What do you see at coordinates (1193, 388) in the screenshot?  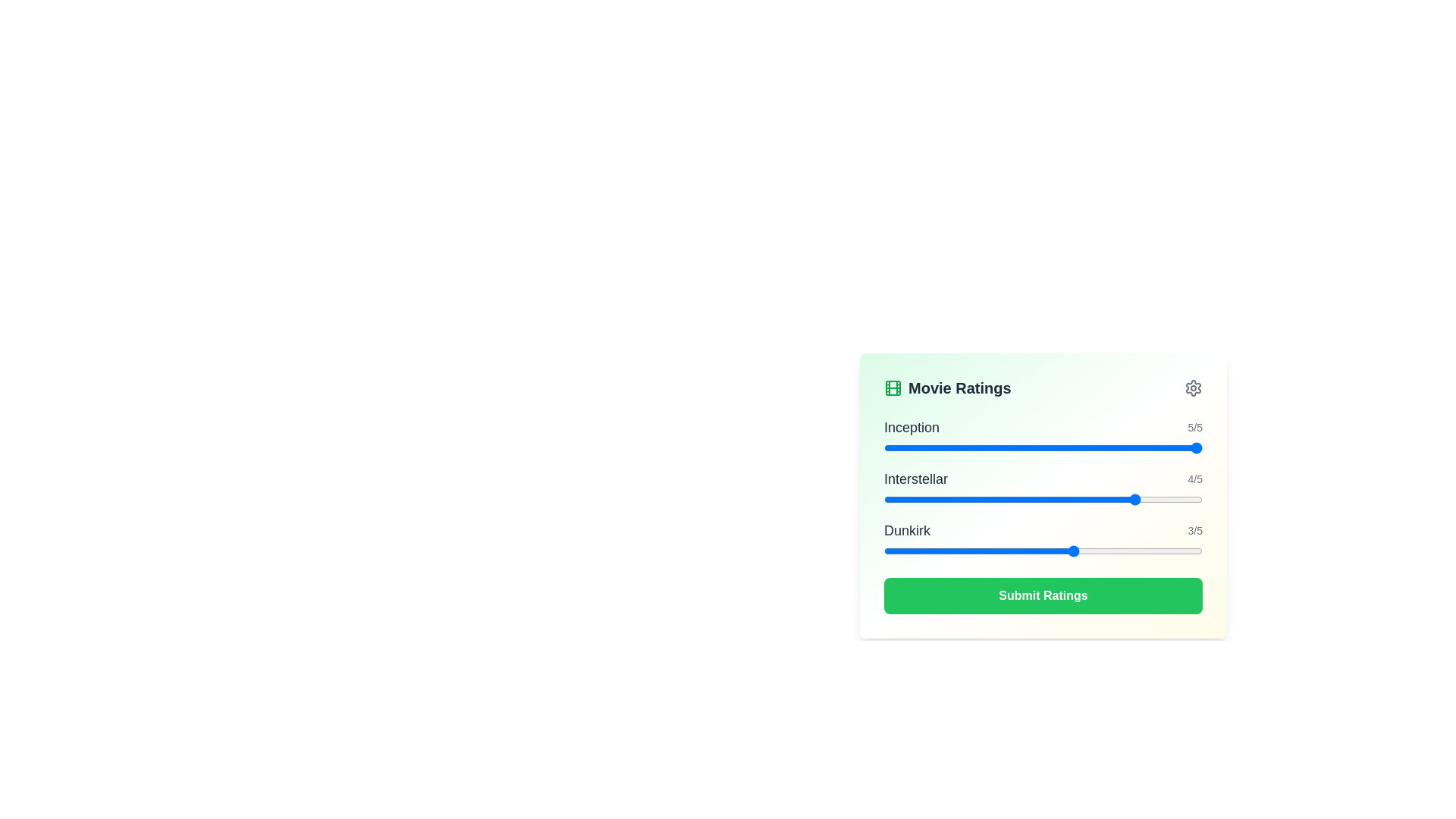 I see `the gear icon located to the far right of the 'Movie Ratings' header` at bounding box center [1193, 388].